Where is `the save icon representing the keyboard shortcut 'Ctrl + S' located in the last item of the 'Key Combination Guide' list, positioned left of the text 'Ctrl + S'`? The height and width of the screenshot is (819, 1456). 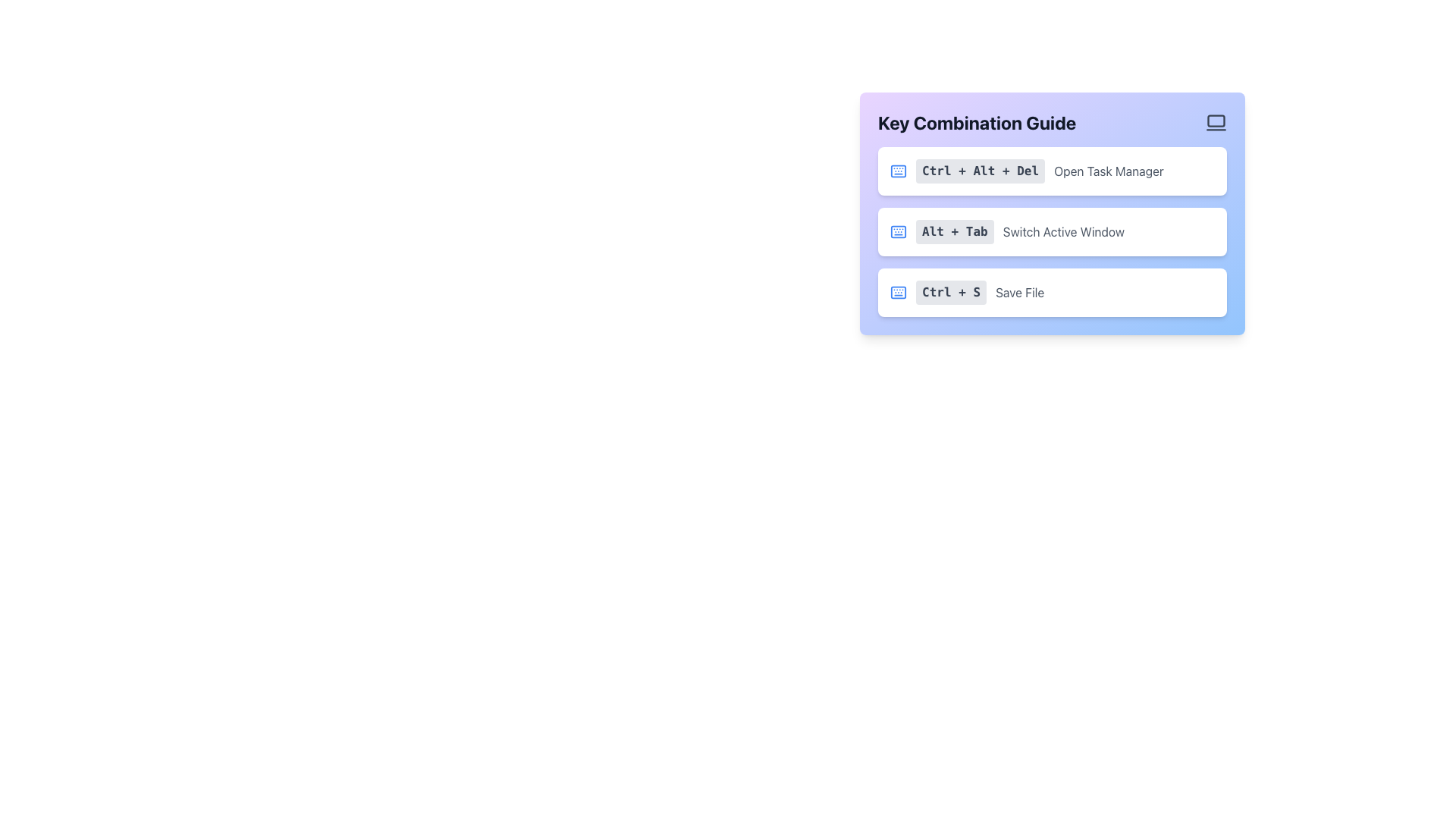
the save icon representing the keyboard shortcut 'Ctrl + S' located in the last item of the 'Key Combination Guide' list, positioned left of the text 'Ctrl + S' is located at coordinates (899, 292).